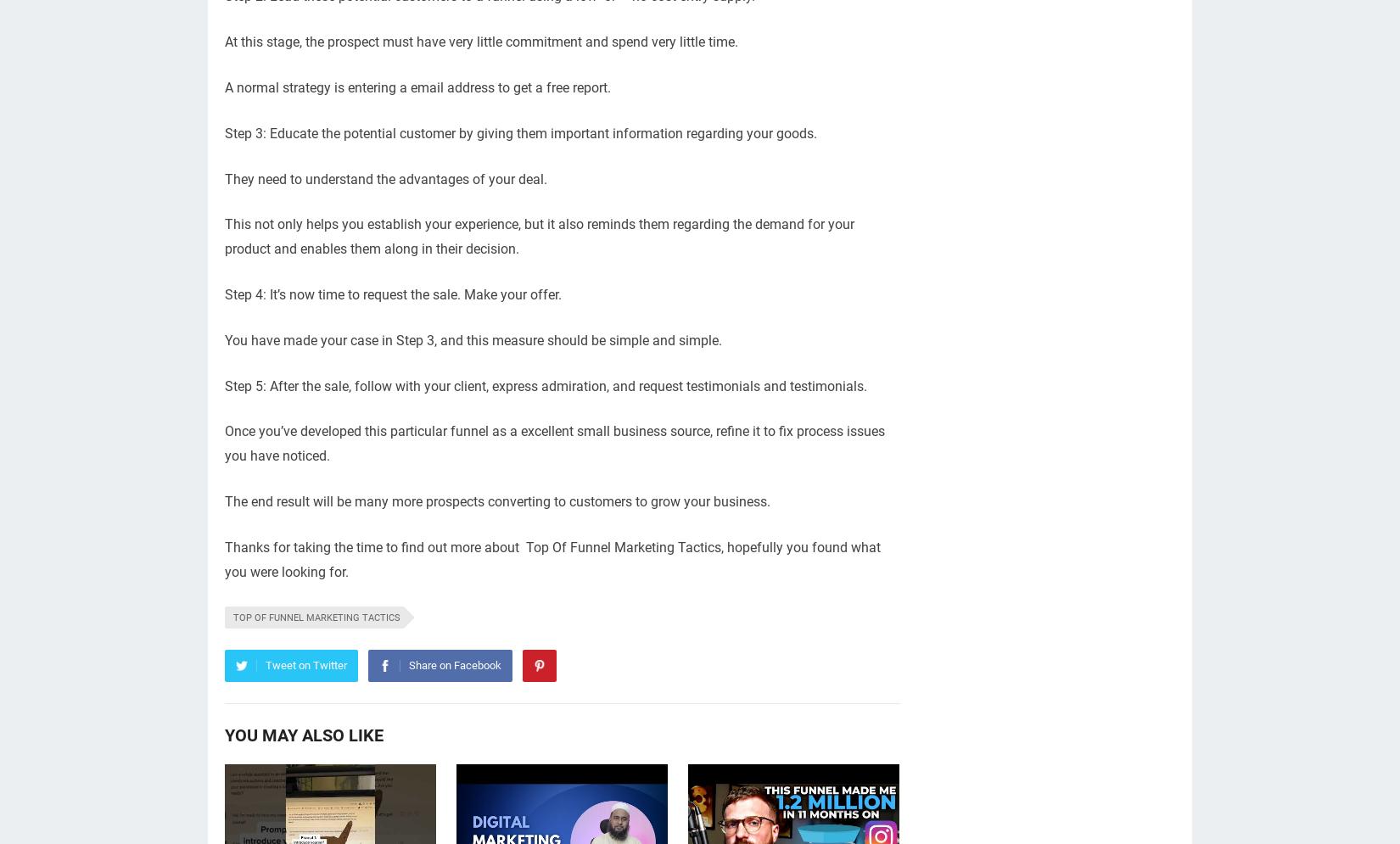 This screenshot has width=1400, height=844. What do you see at coordinates (552, 557) in the screenshot?
I see `'Thanks for taking the time to find out more about  Top Of Funnel Marketing Tactics, hopefully you found what you were looking for.'` at bounding box center [552, 557].